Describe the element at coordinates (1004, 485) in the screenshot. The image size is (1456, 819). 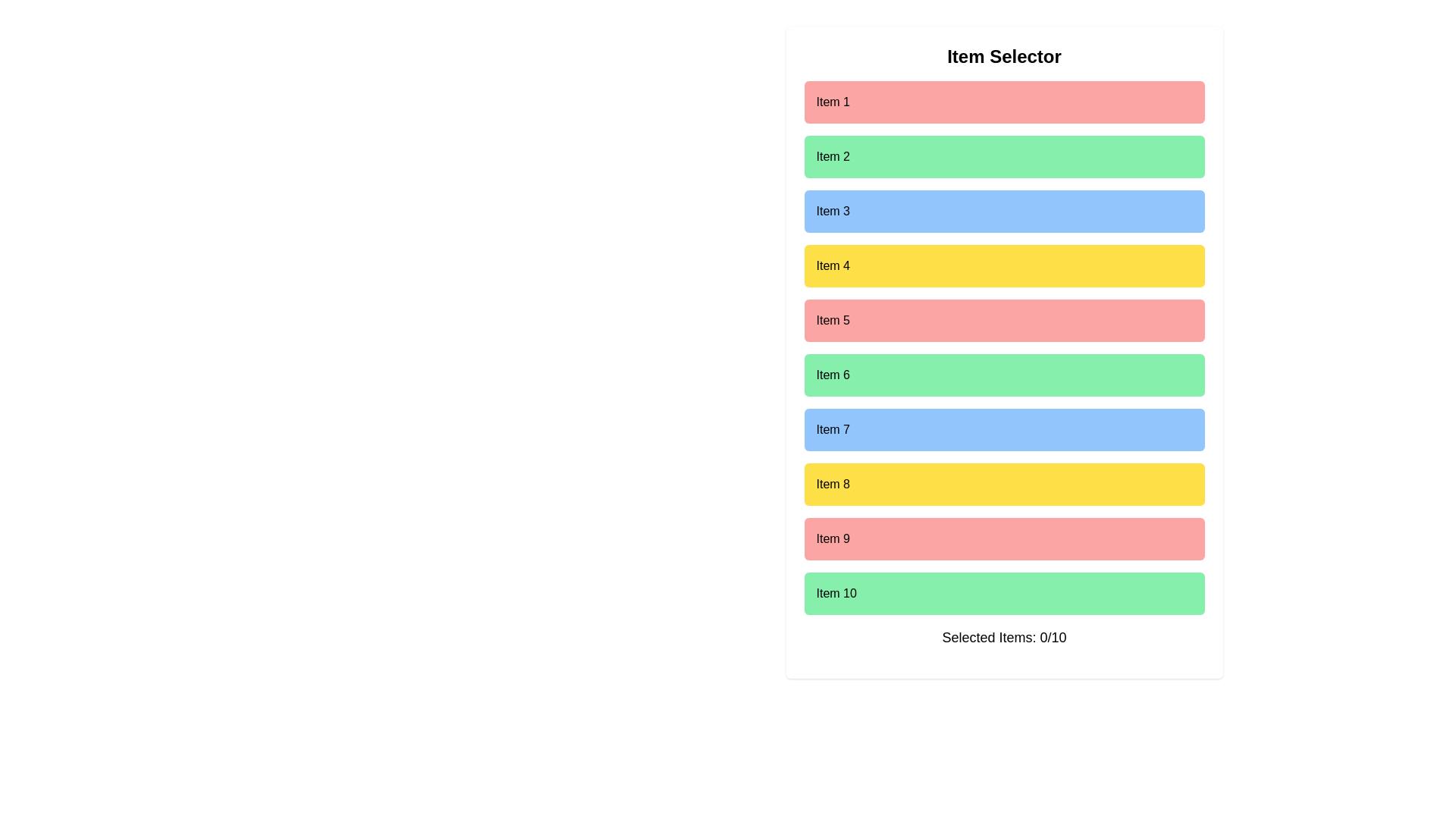
I see `the yellow button labeled 'Item 8'` at that location.